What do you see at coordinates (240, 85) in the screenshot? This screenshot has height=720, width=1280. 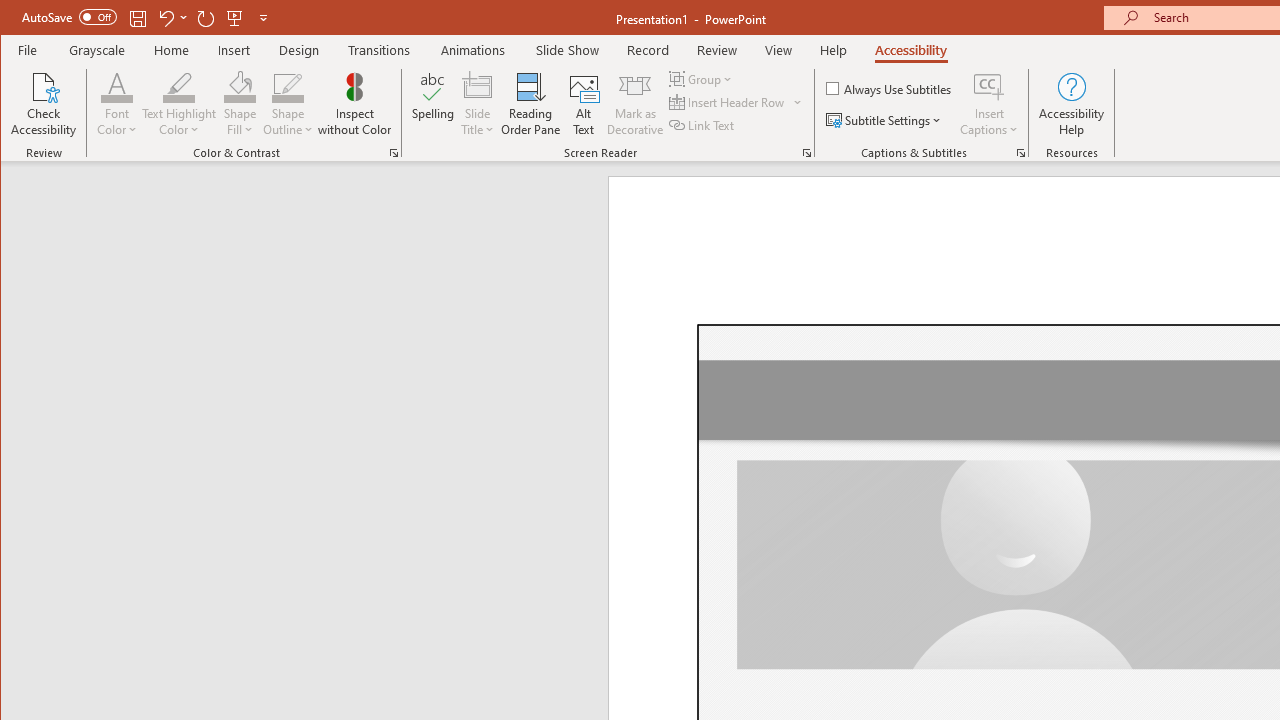 I see `'Shape Fill Orange, Accent 2'` at bounding box center [240, 85].